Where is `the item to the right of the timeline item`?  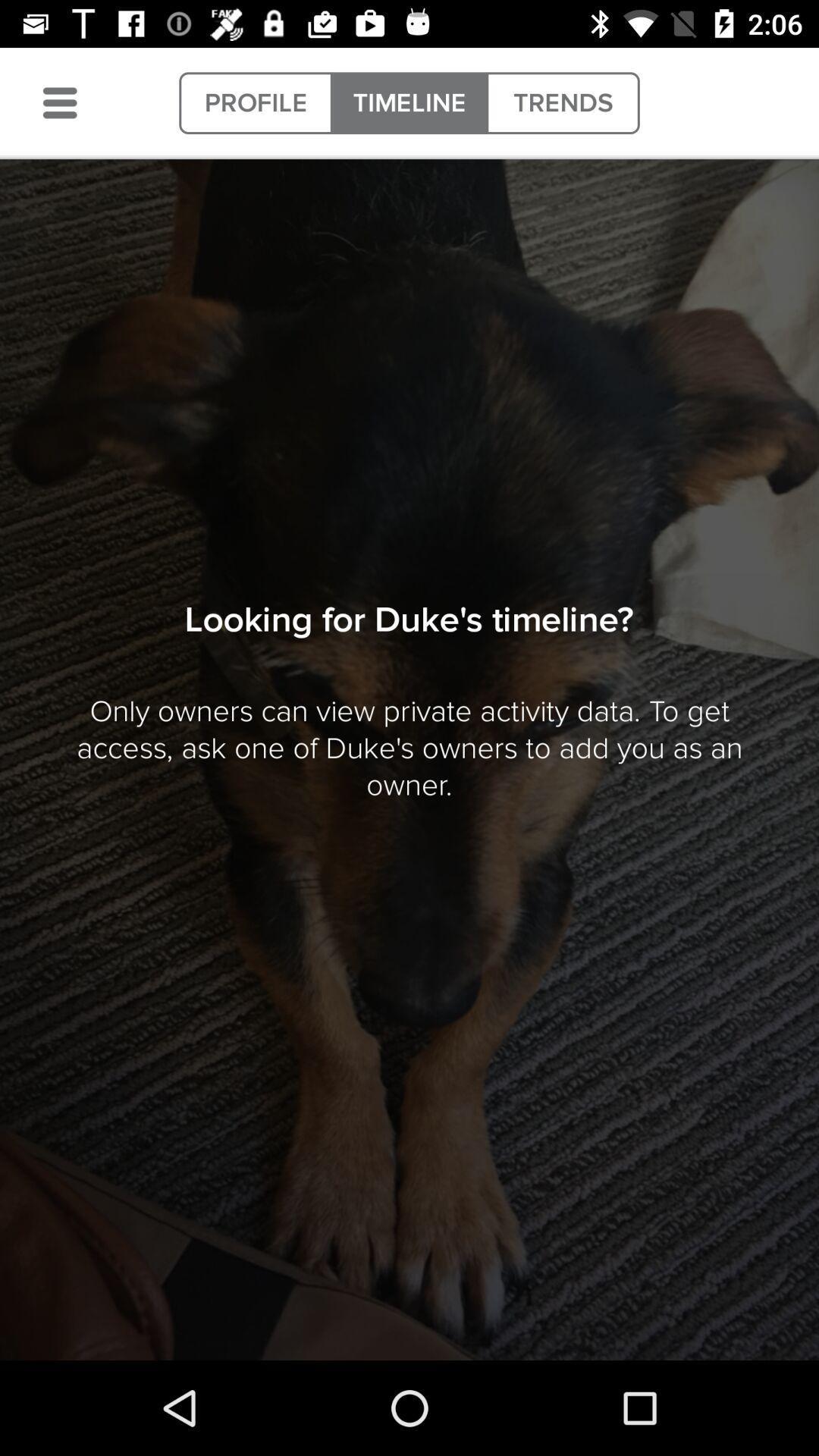
the item to the right of the timeline item is located at coordinates (563, 102).